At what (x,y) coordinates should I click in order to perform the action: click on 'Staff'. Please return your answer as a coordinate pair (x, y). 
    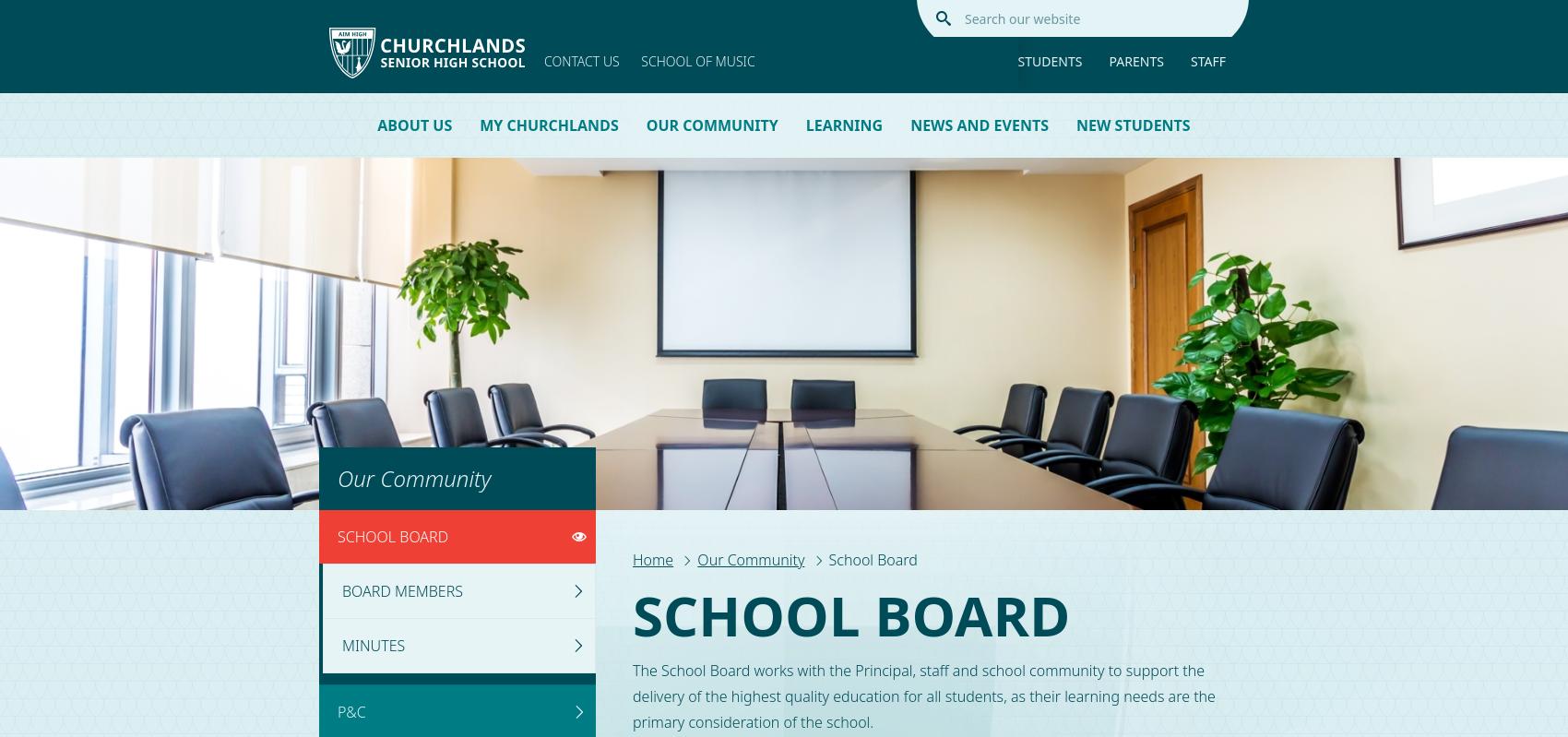
    Looking at the image, I should click on (1208, 61).